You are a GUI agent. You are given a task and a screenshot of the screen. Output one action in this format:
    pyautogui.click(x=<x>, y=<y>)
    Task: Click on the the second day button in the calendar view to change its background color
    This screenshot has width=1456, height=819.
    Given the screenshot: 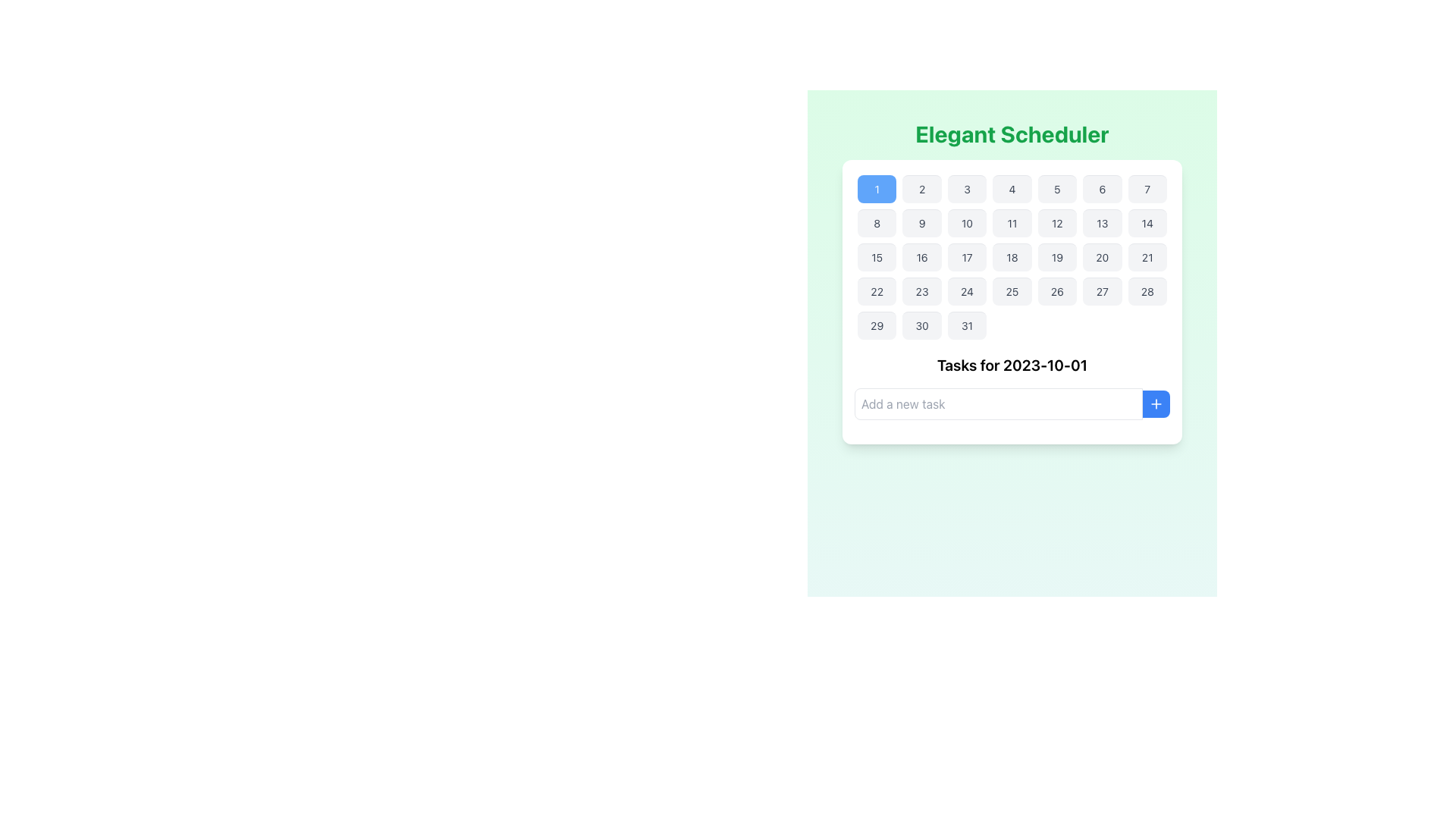 What is the action you would take?
    pyautogui.click(x=921, y=188)
    